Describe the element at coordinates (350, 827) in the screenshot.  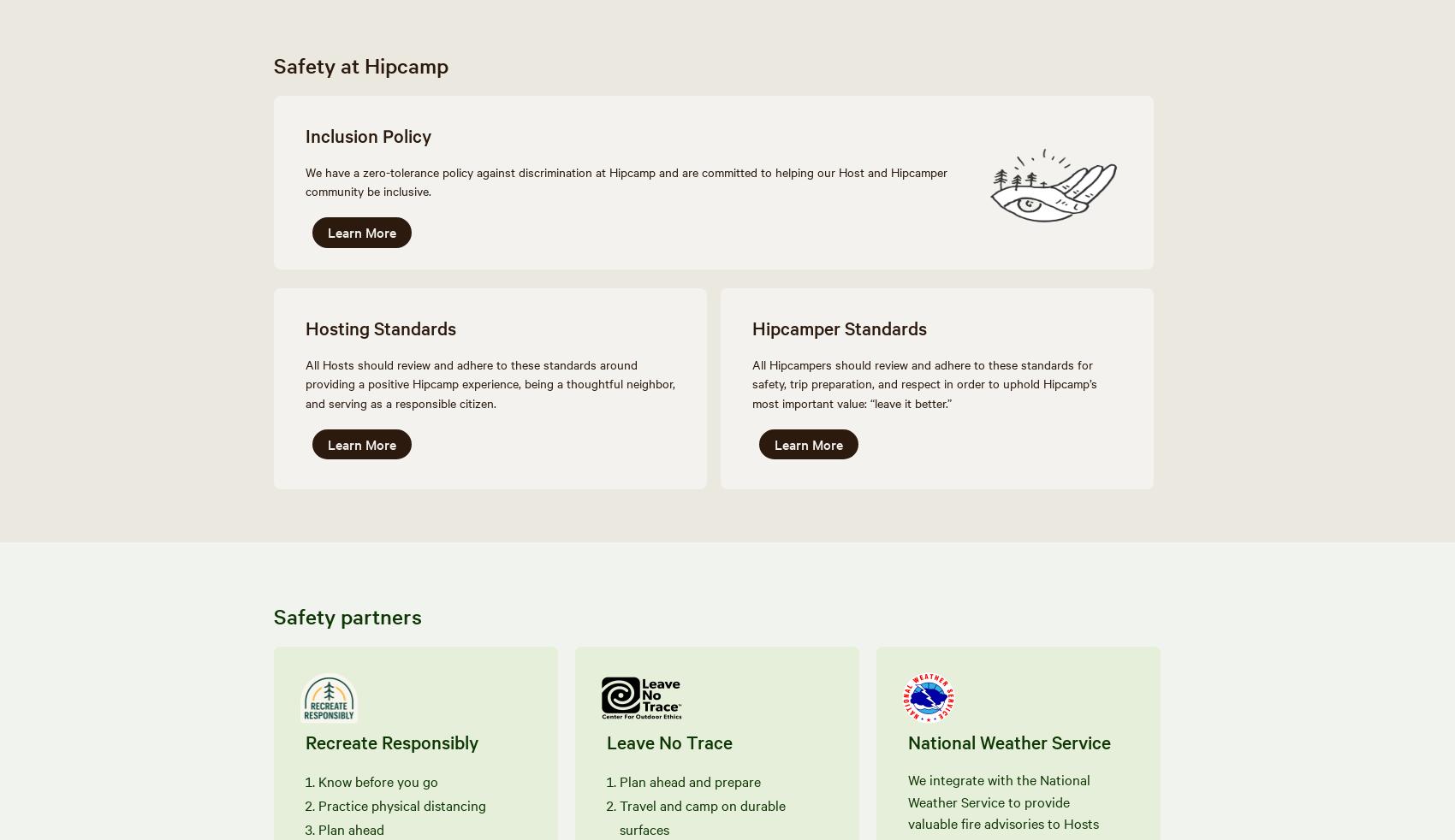
I see `'Plan ahead'` at that location.